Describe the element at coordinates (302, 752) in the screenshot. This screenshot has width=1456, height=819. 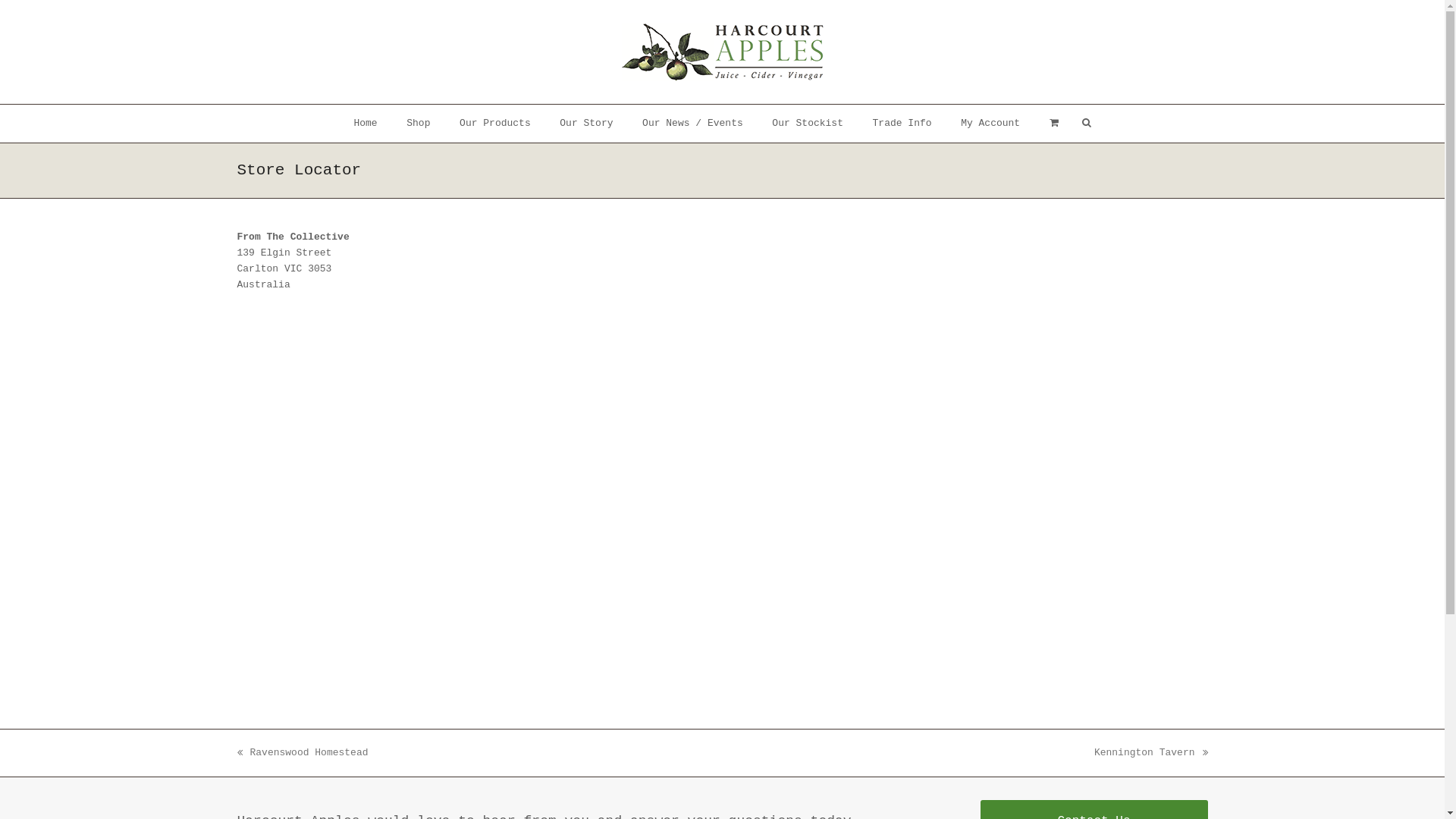
I see `'previous post:` at that location.